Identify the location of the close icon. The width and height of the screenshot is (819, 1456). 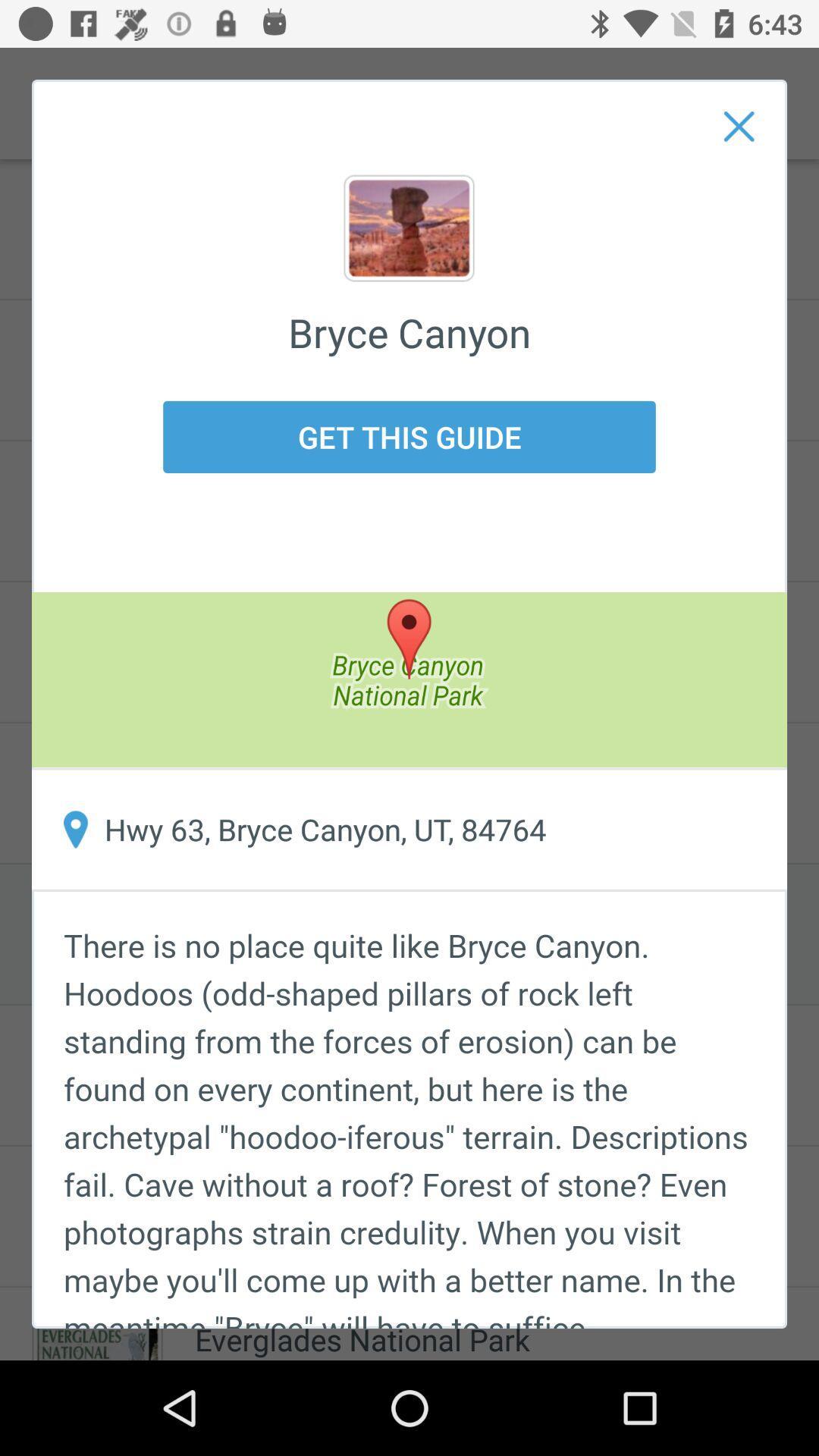
(739, 127).